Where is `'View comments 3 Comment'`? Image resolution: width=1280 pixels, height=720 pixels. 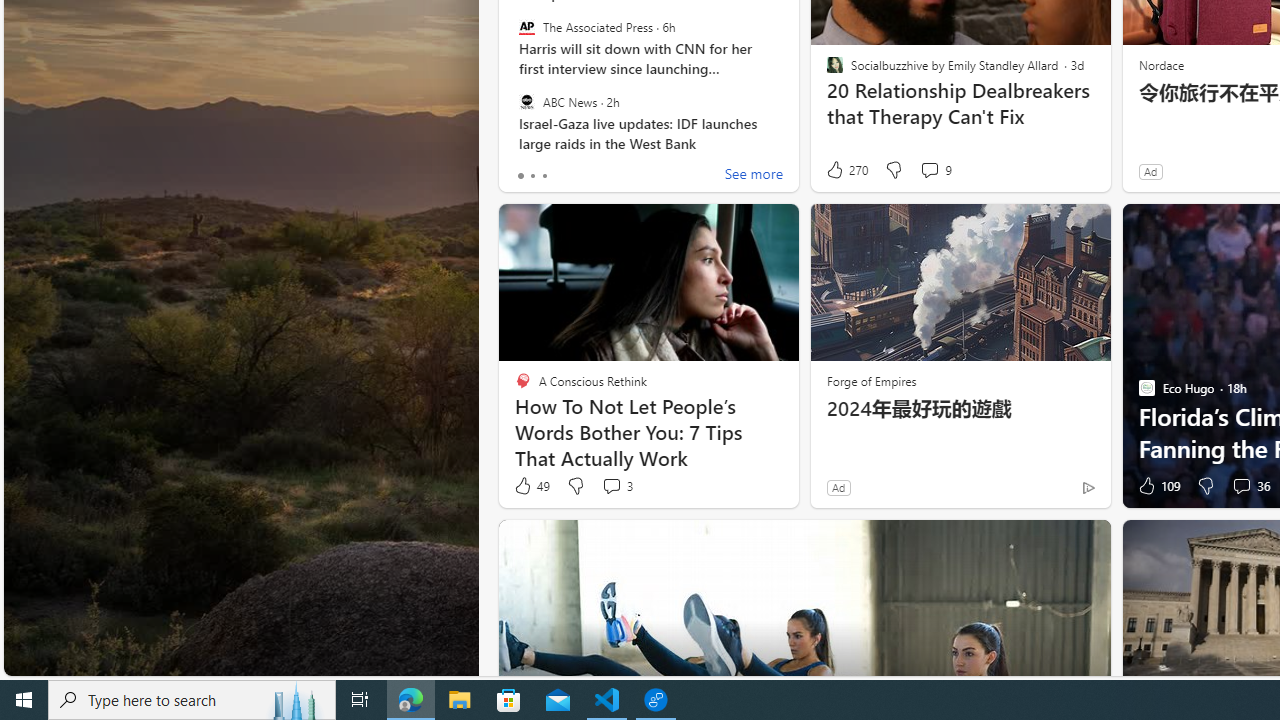
'View comments 3 Comment' is located at coordinates (610, 486).